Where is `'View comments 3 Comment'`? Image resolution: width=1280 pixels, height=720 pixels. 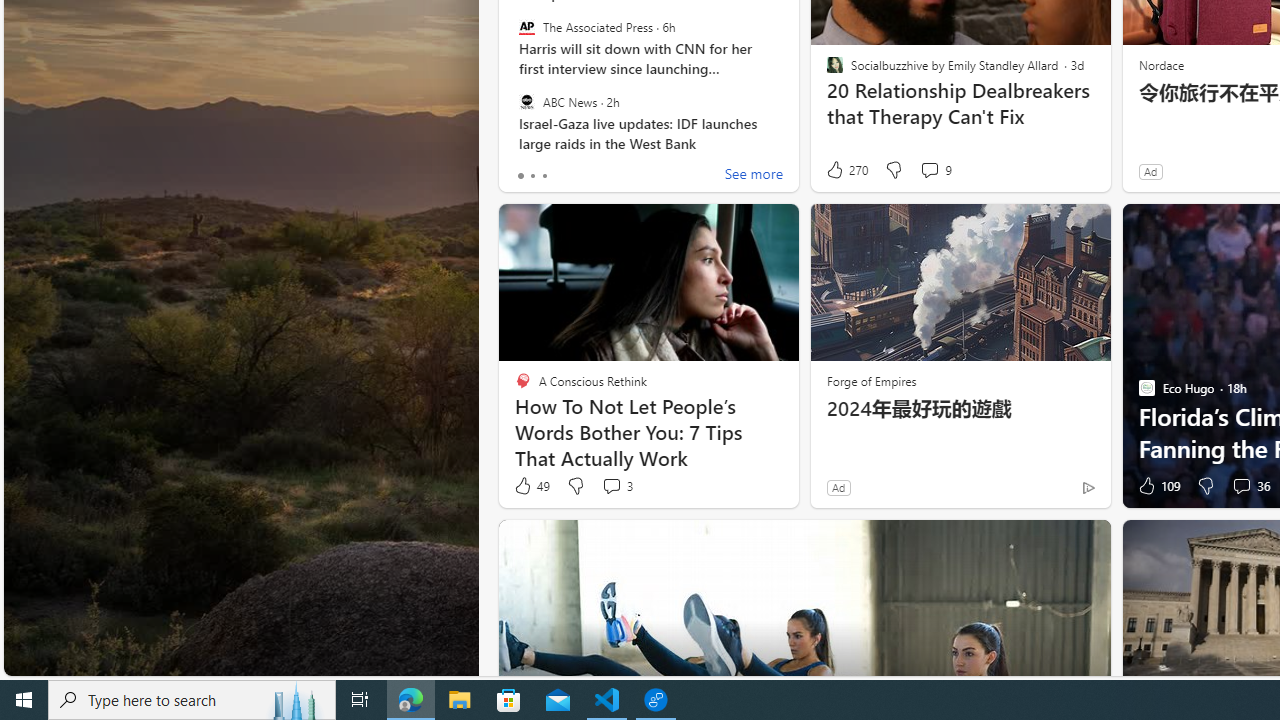
'View comments 3 Comment' is located at coordinates (610, 486).